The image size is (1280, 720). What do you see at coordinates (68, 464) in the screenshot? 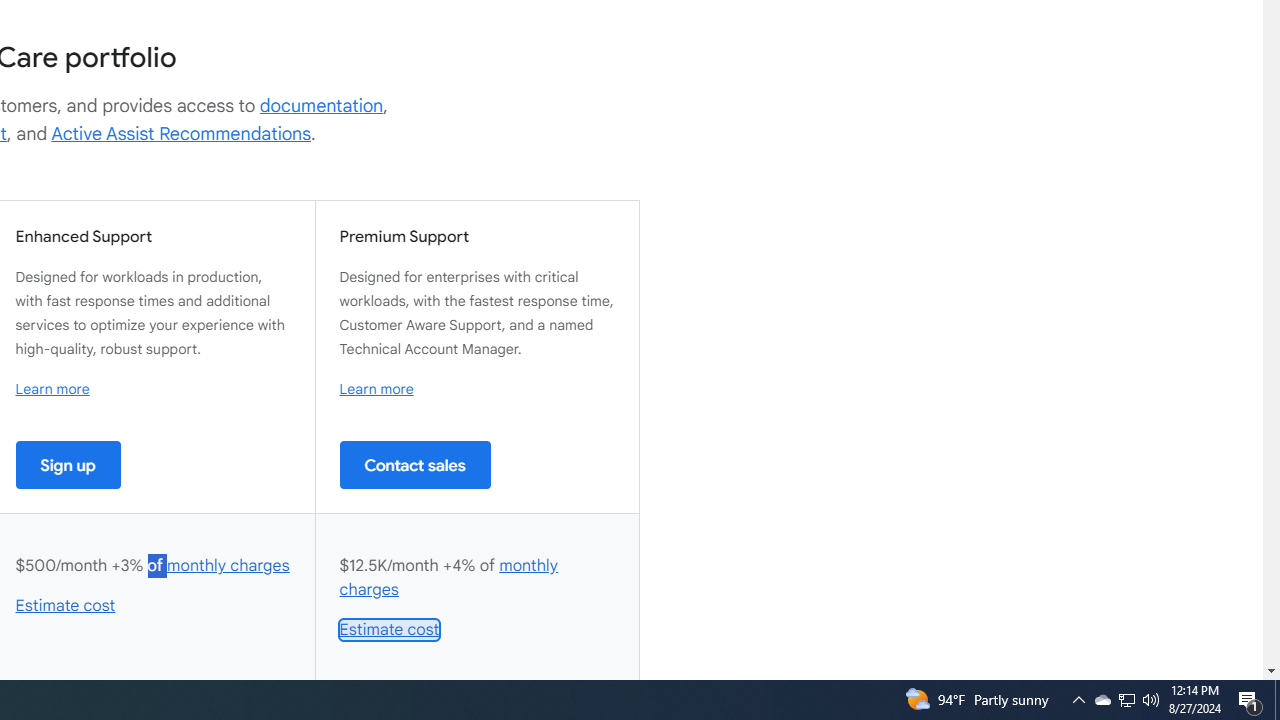
I see `'Sign up'` at bounding box center [68, 464].